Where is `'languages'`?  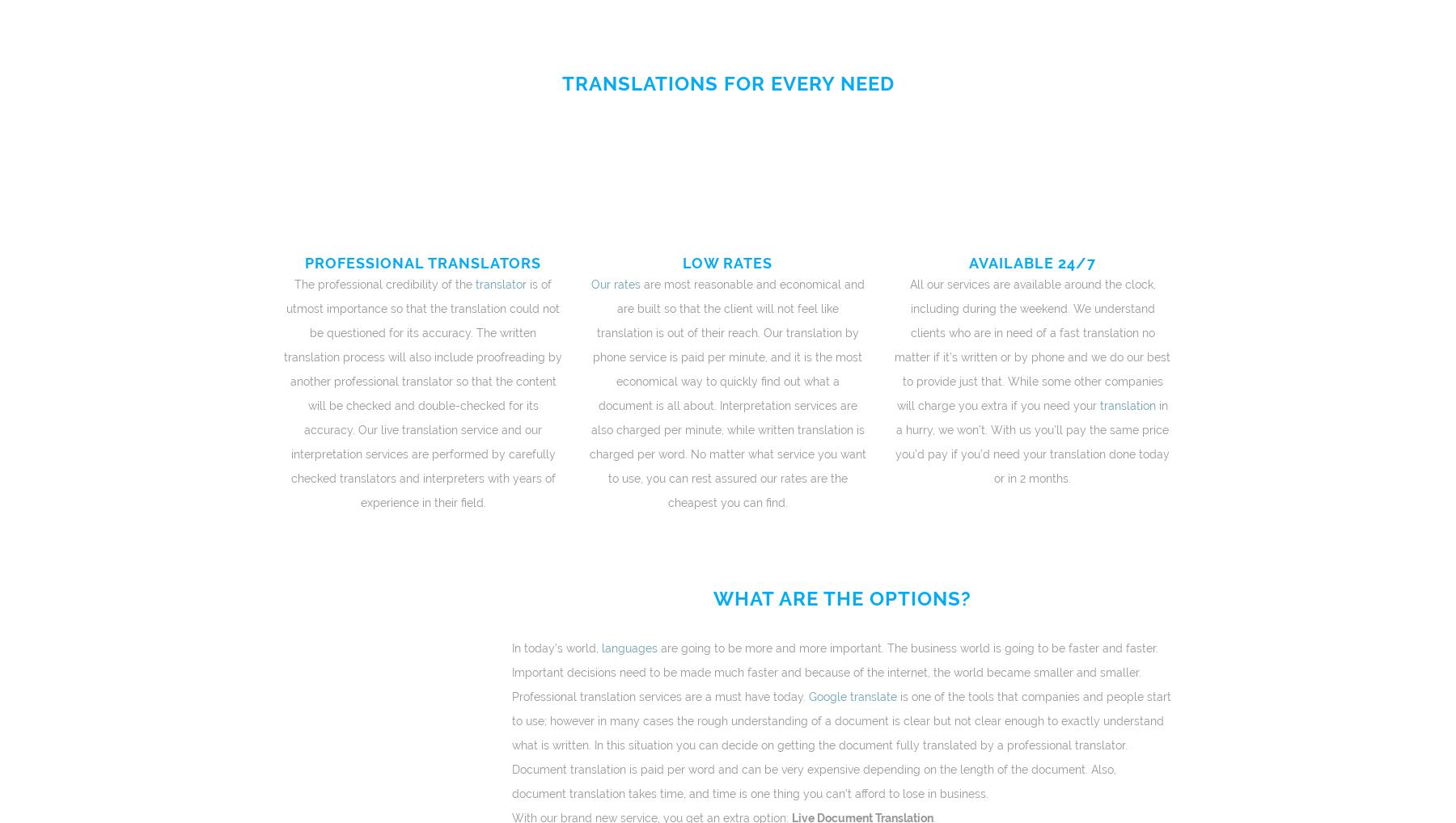
'languages' is located at coordinates (626, 648).